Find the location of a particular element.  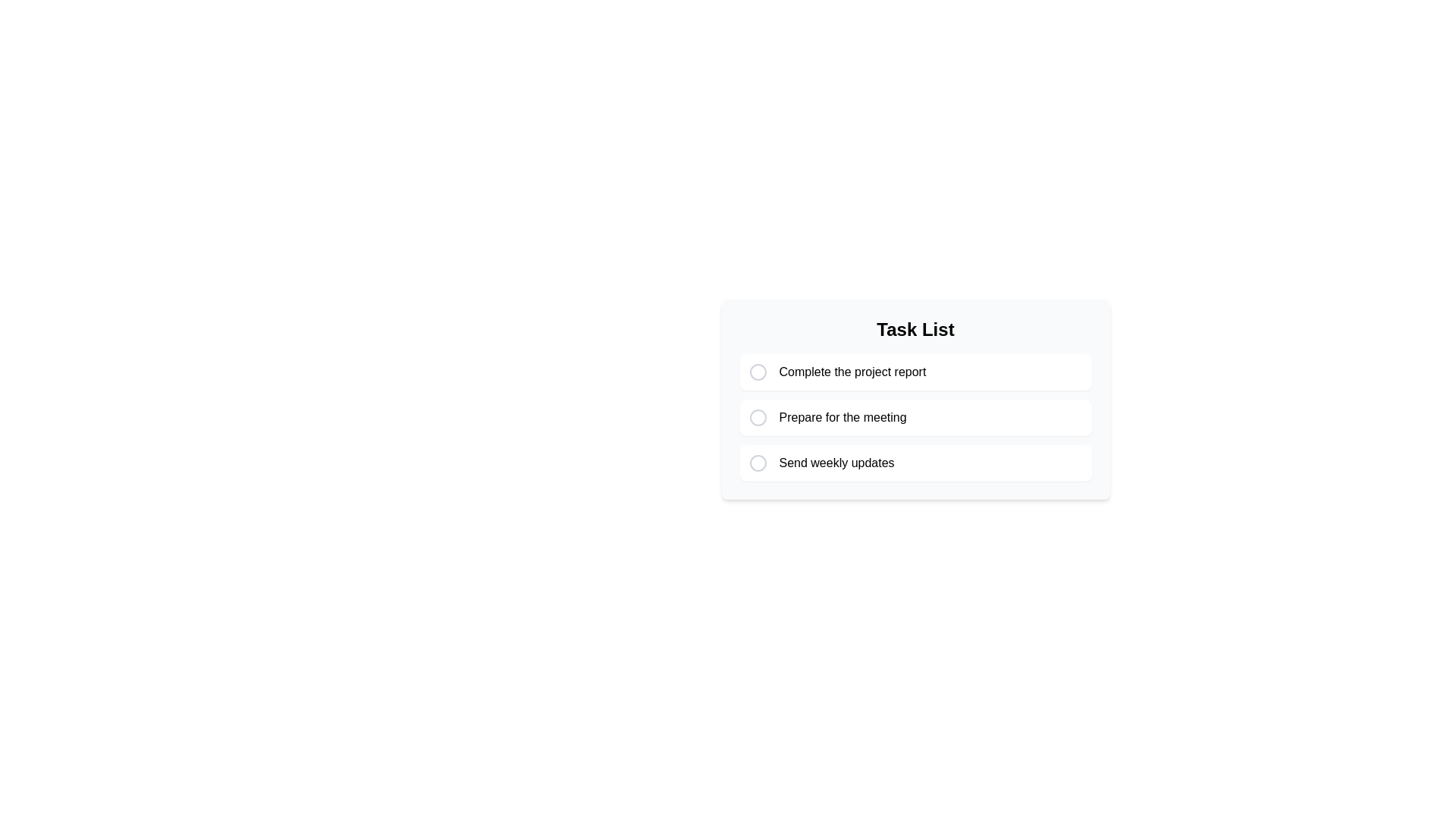

the third item in the task list to mark it or select it, which is labeled 'Complete the project report' or 'Prepare for the meeting' is located at coordinates (915, 462).